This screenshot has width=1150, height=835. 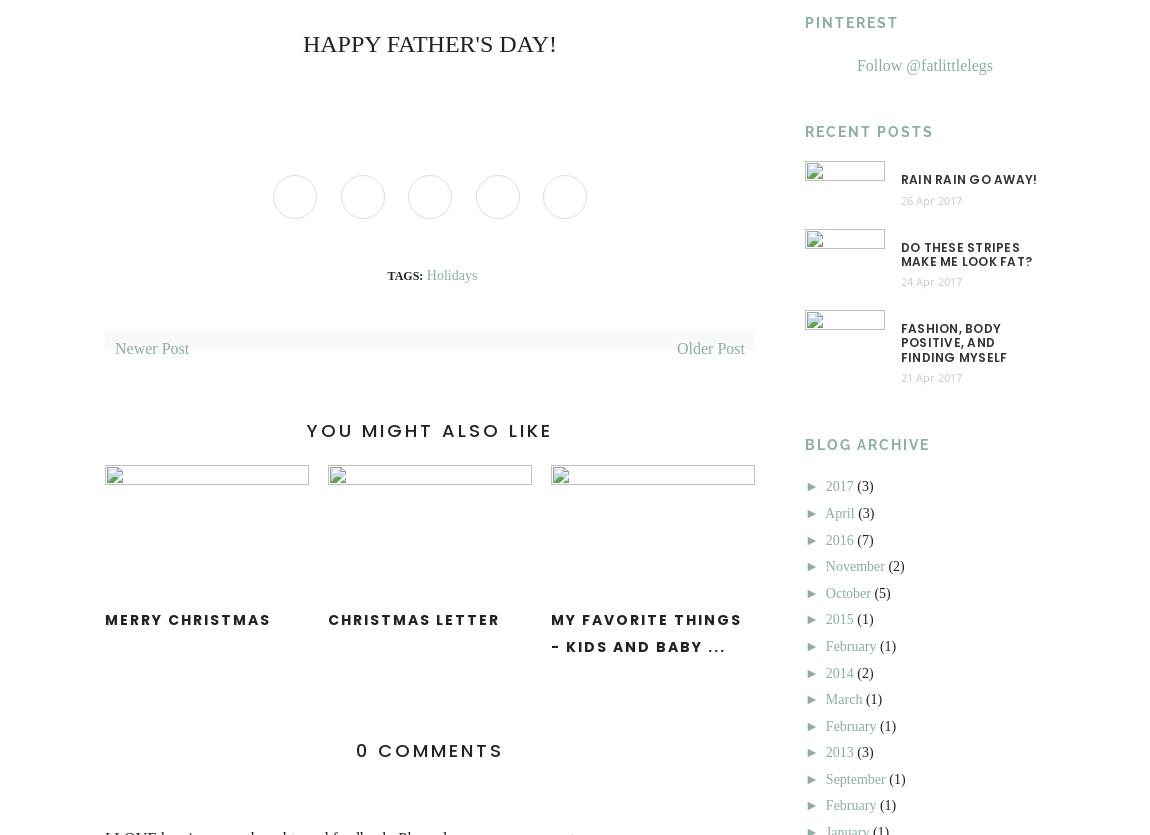 I want to click on 'My Favorite Things - Kids and Baby ...', so click(x=645, y=632).